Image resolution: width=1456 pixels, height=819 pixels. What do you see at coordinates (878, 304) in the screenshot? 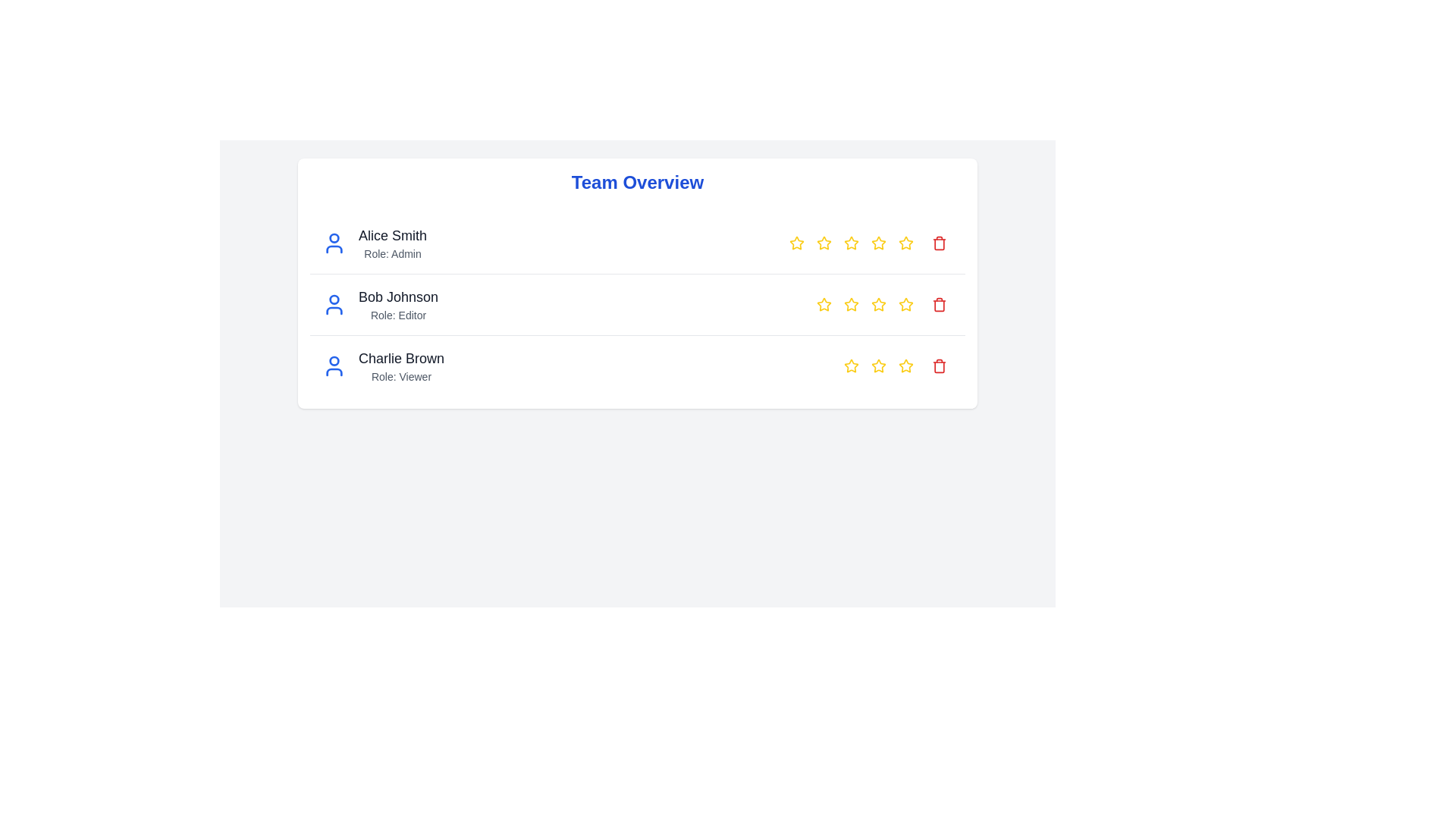
I see `the fourth star-shaped rating icon with a yellow border located in the second row of the table, to the right of the text 'Bob Johnson Role: Editor.'` at bounding box center [878, 304].